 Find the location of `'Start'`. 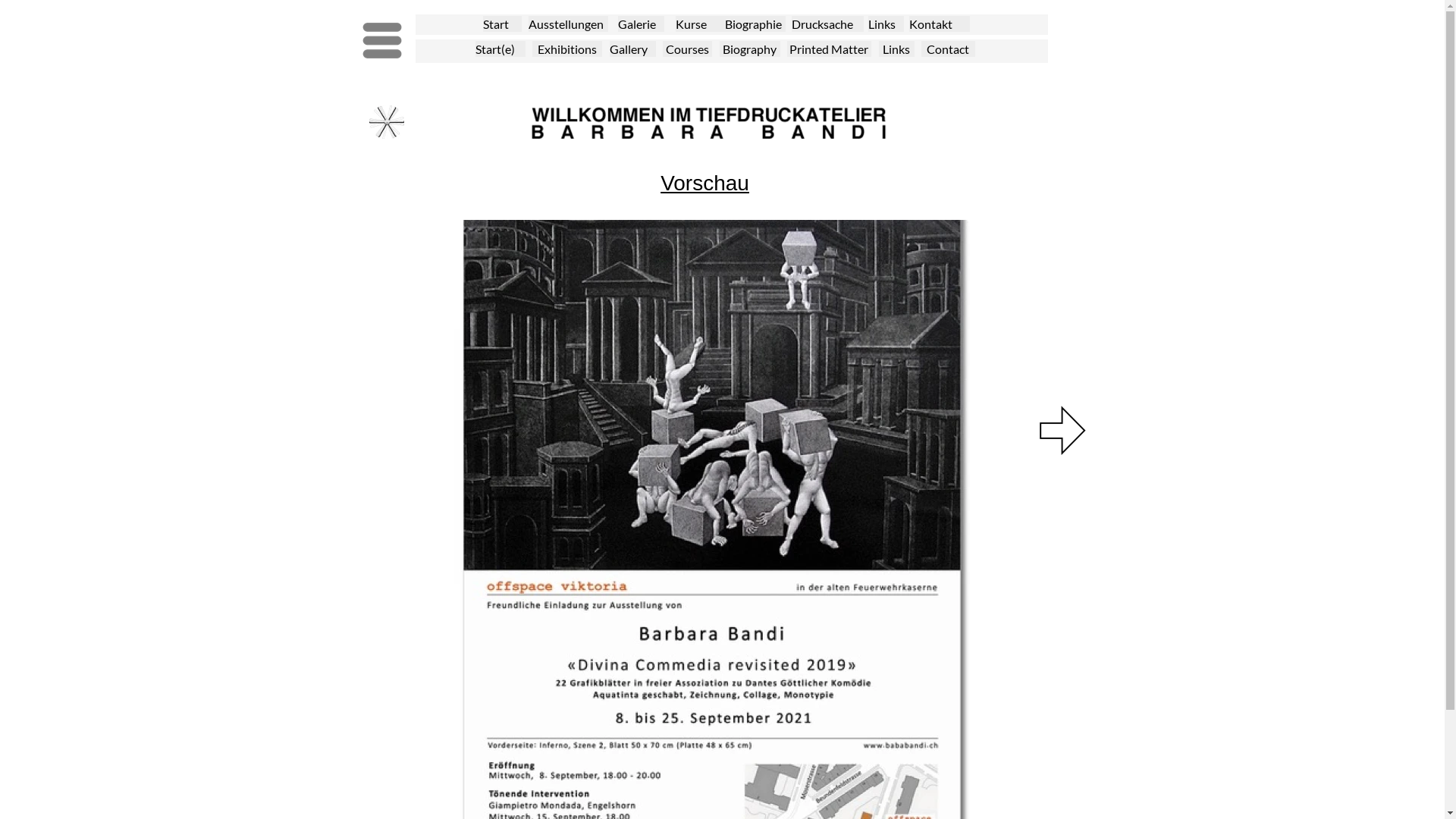

'Start' is located at coordinates (501, 24).